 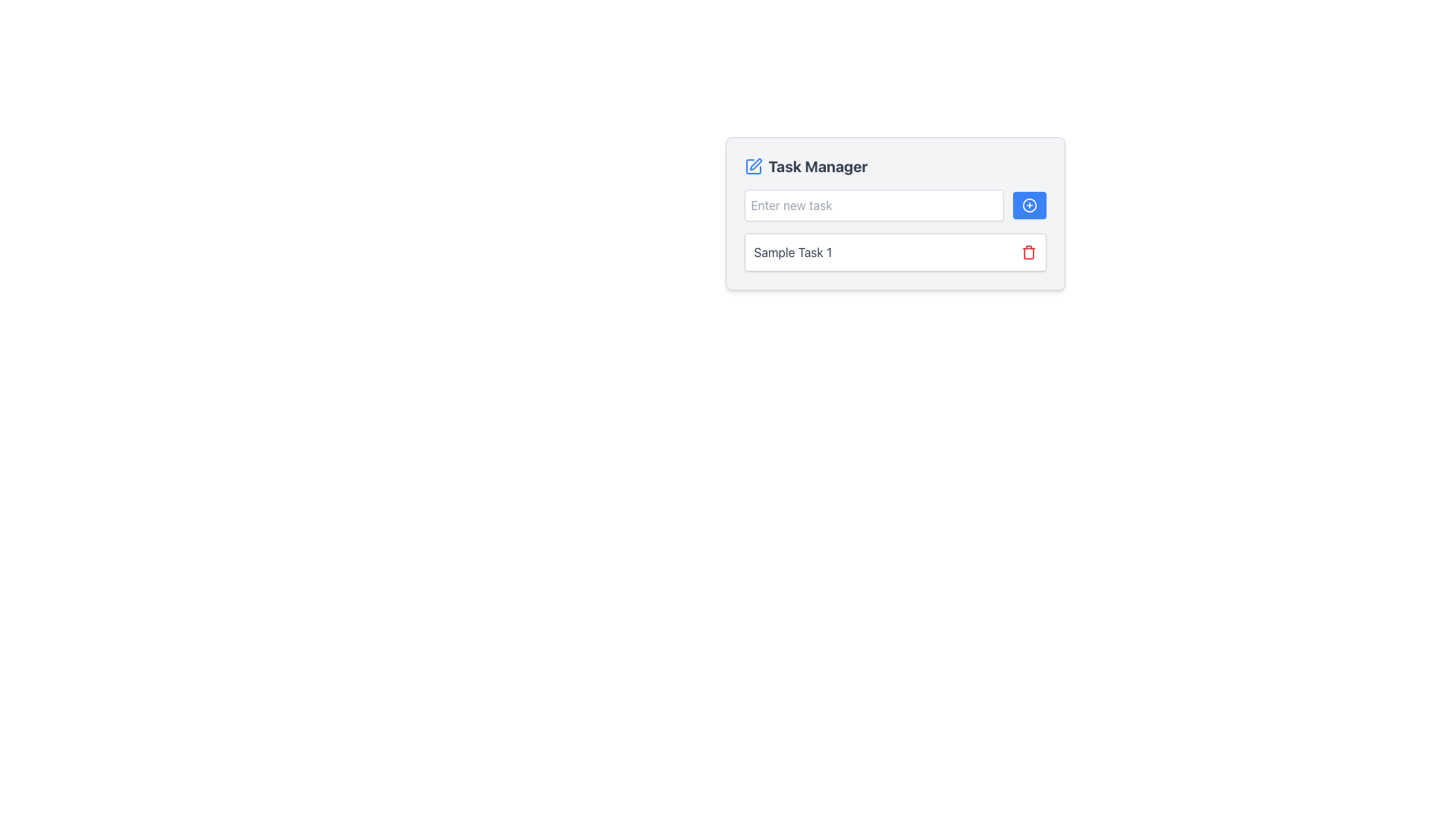 I want to click on the red-colored trash icon resembling a delete button located to the far right of the 'Sample Task 1' entry in the Task Manager section to potentially view a tooltip, so click(x=1028, y=251).